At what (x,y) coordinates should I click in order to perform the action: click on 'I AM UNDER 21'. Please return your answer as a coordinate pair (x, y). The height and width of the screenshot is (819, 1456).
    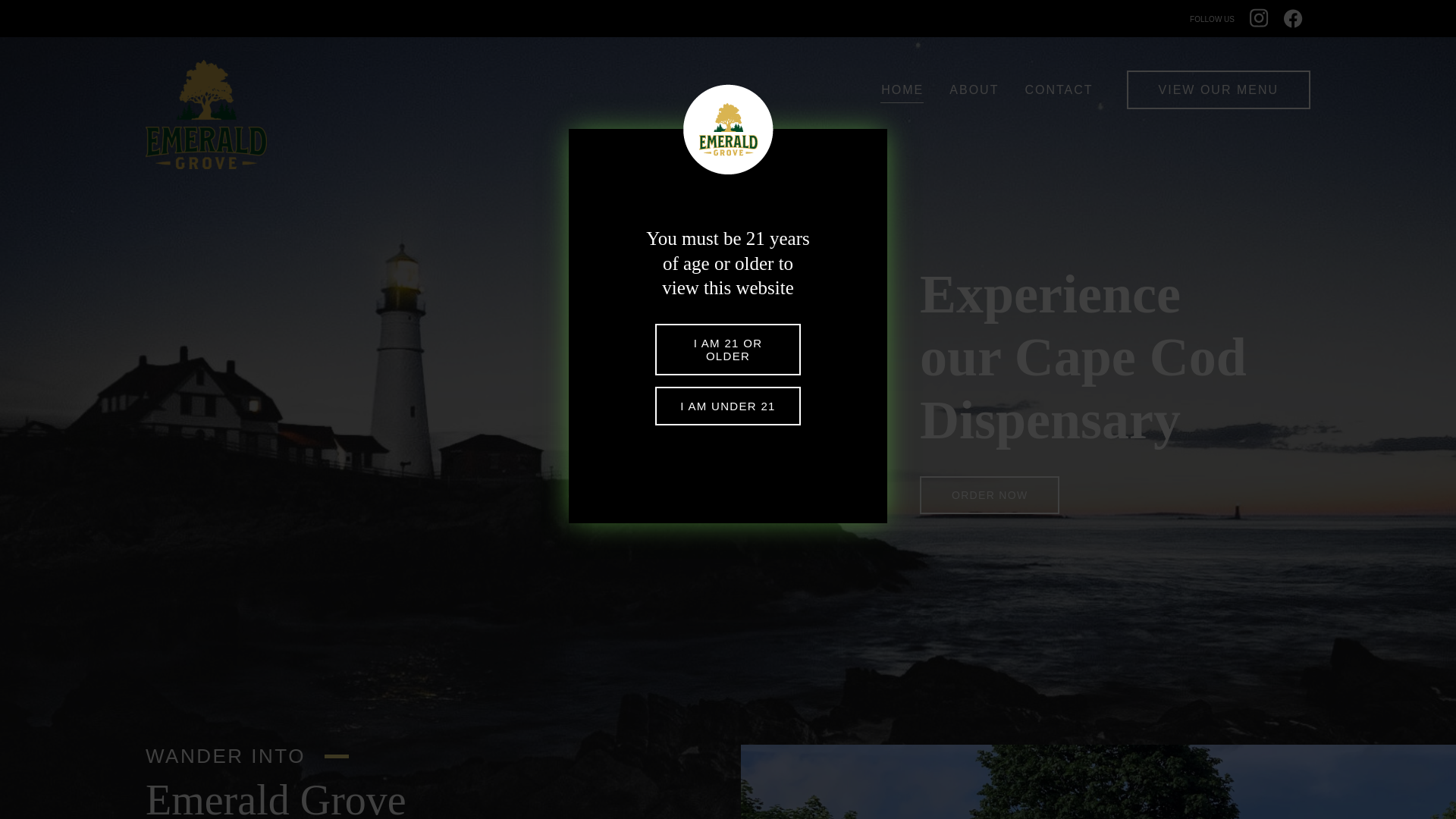
    Looking at the image, I should click on (728, 405).